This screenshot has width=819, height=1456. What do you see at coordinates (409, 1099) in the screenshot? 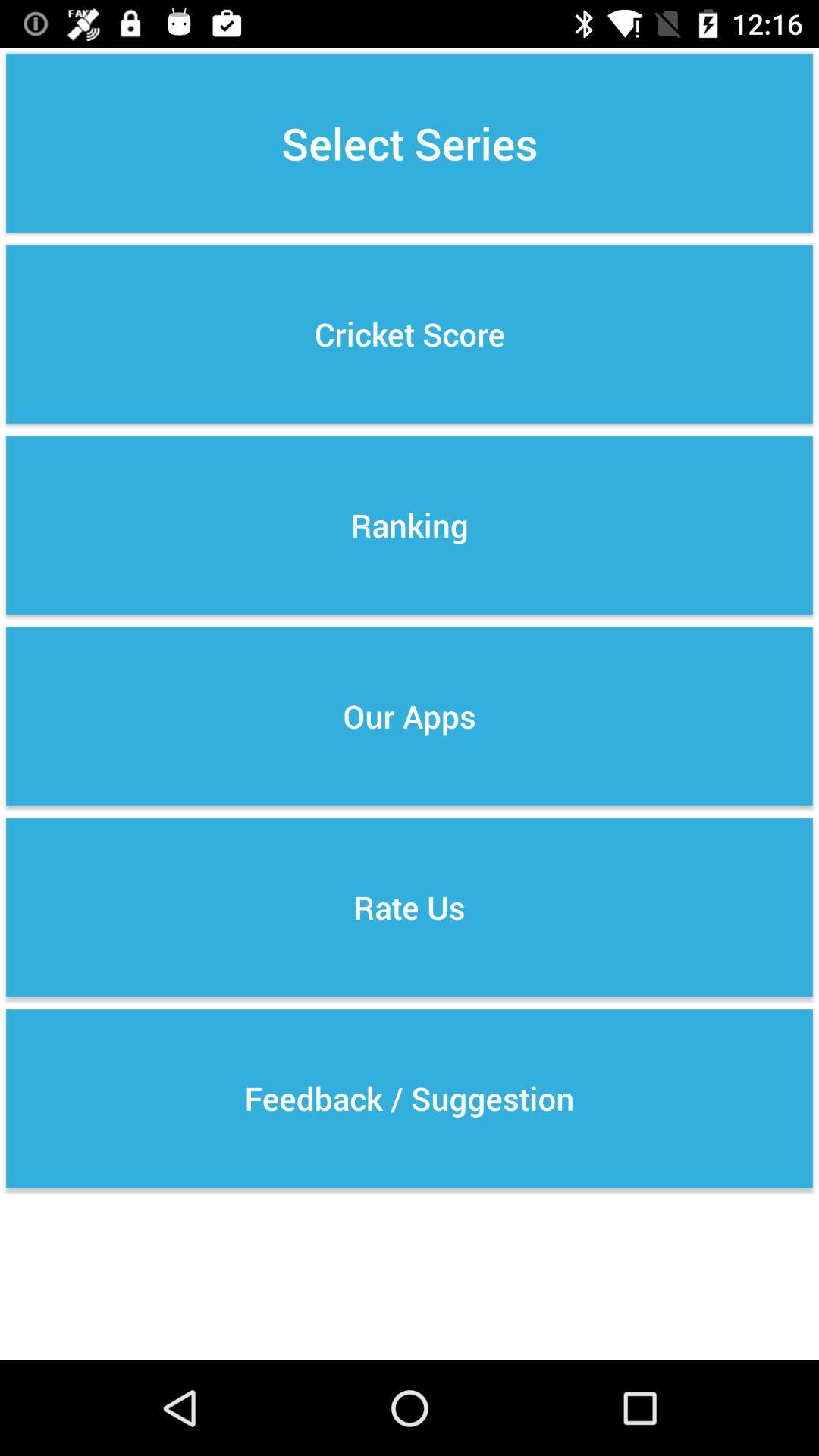
I see `icon below the rate us` at bounding box center [409, 1099].